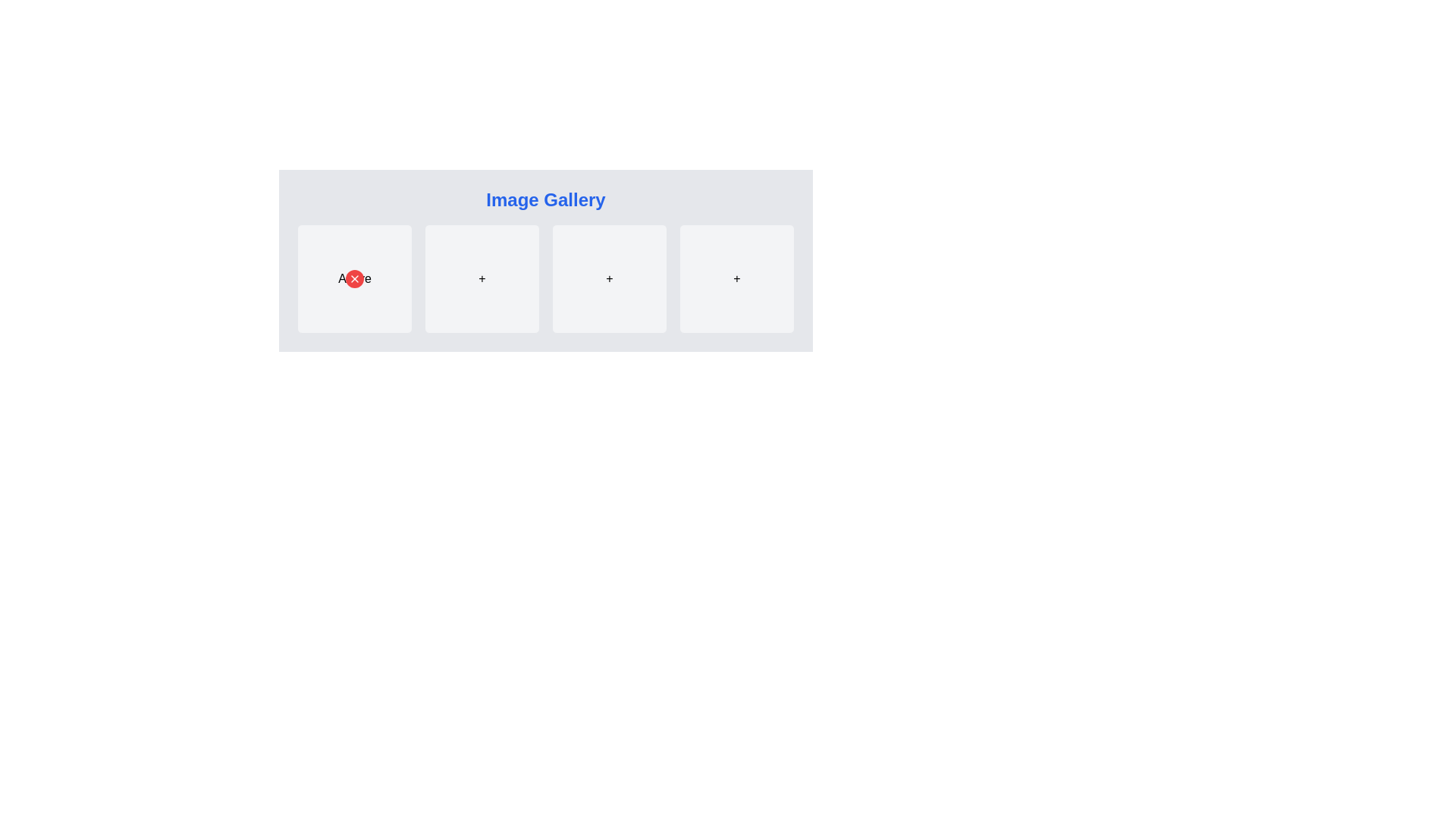 The height and width of the screenshot is (819, 1456). I want to click on the square-shaped button with a plus sign symbol, located in a grid layout immediately to the right of the 'Active' element, so click(481, 278).